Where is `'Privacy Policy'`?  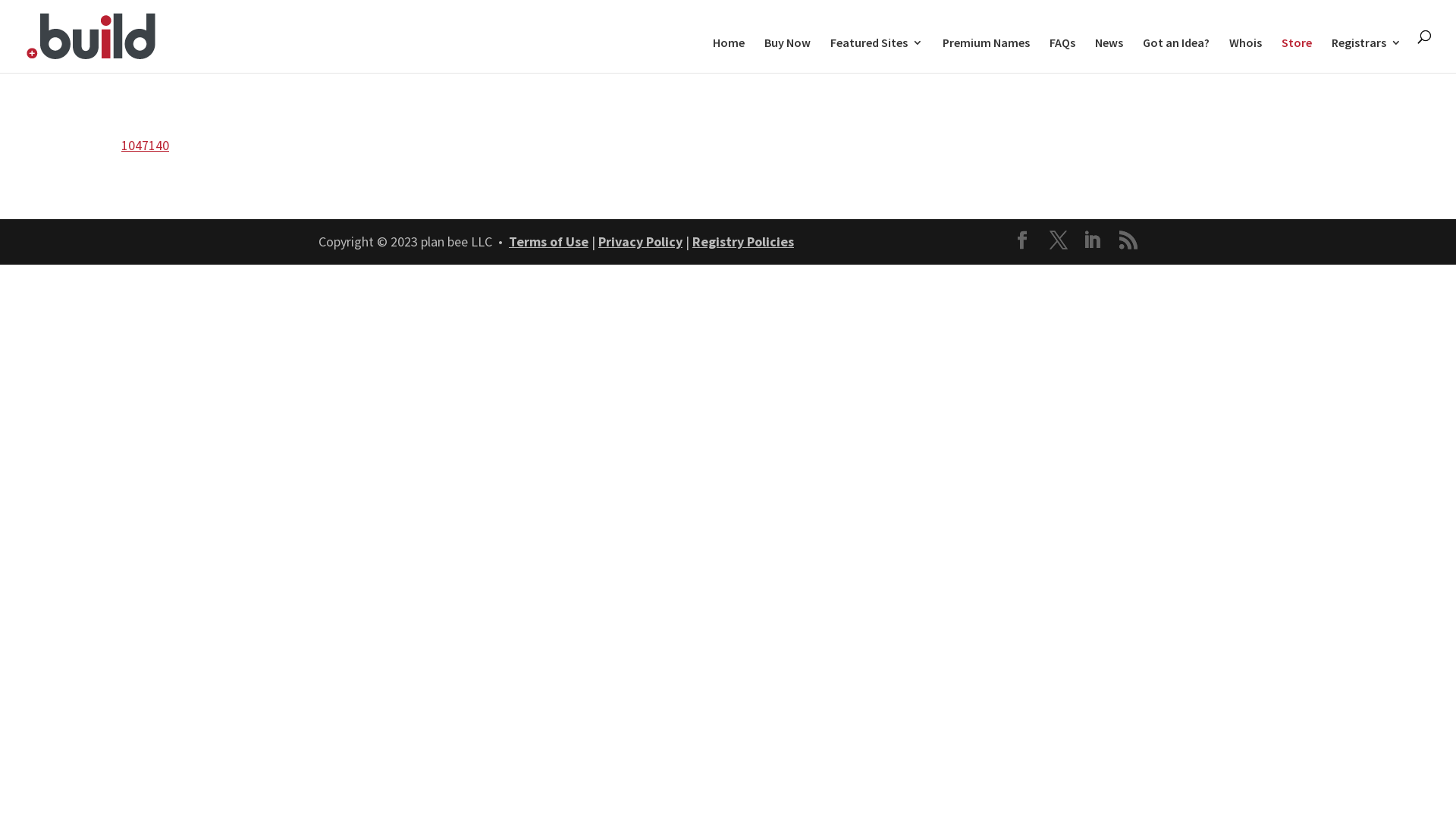
'Privacy Policy' is located at coordinates (597, 240).